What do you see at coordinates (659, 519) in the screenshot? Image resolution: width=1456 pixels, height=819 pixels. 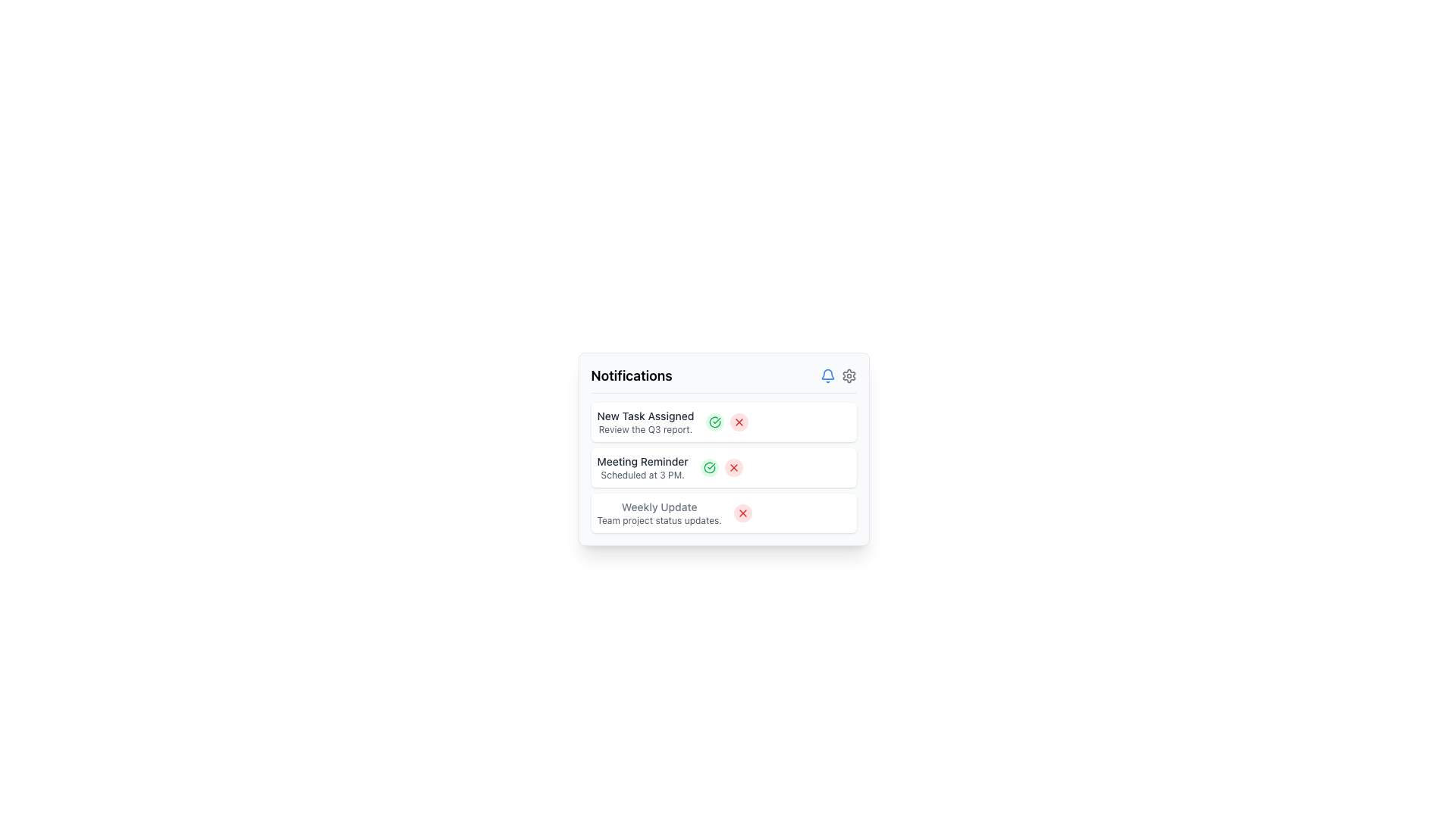 I see `the second text label in the notification section that provides descriptive information regarding team project updates, positioned below the 'Weekly Update' label` at bounding box center [659, 519].